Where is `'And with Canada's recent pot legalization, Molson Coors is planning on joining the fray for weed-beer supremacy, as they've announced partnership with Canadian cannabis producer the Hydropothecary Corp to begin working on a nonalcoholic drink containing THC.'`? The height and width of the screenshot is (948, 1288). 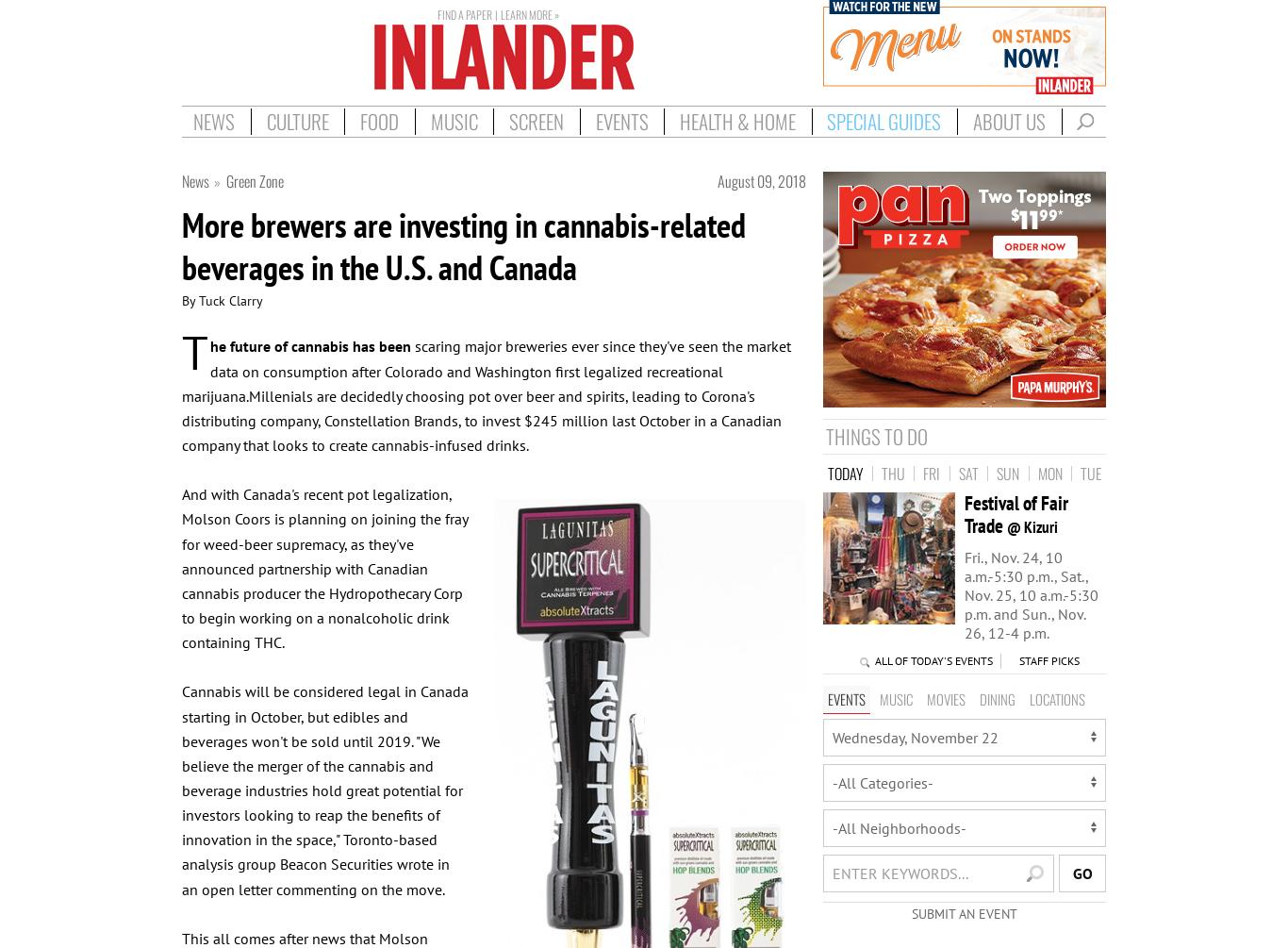 'And with Canada's recent pot legalization, Molson Coors is planning on joining the fray for weed-beer supremacy, as they've announced partnership with Canadian cannabis producer the Hydropothecary Corp to begin working on a nonalcoholic drink containing THC.' is located at coordinates (323, 567).